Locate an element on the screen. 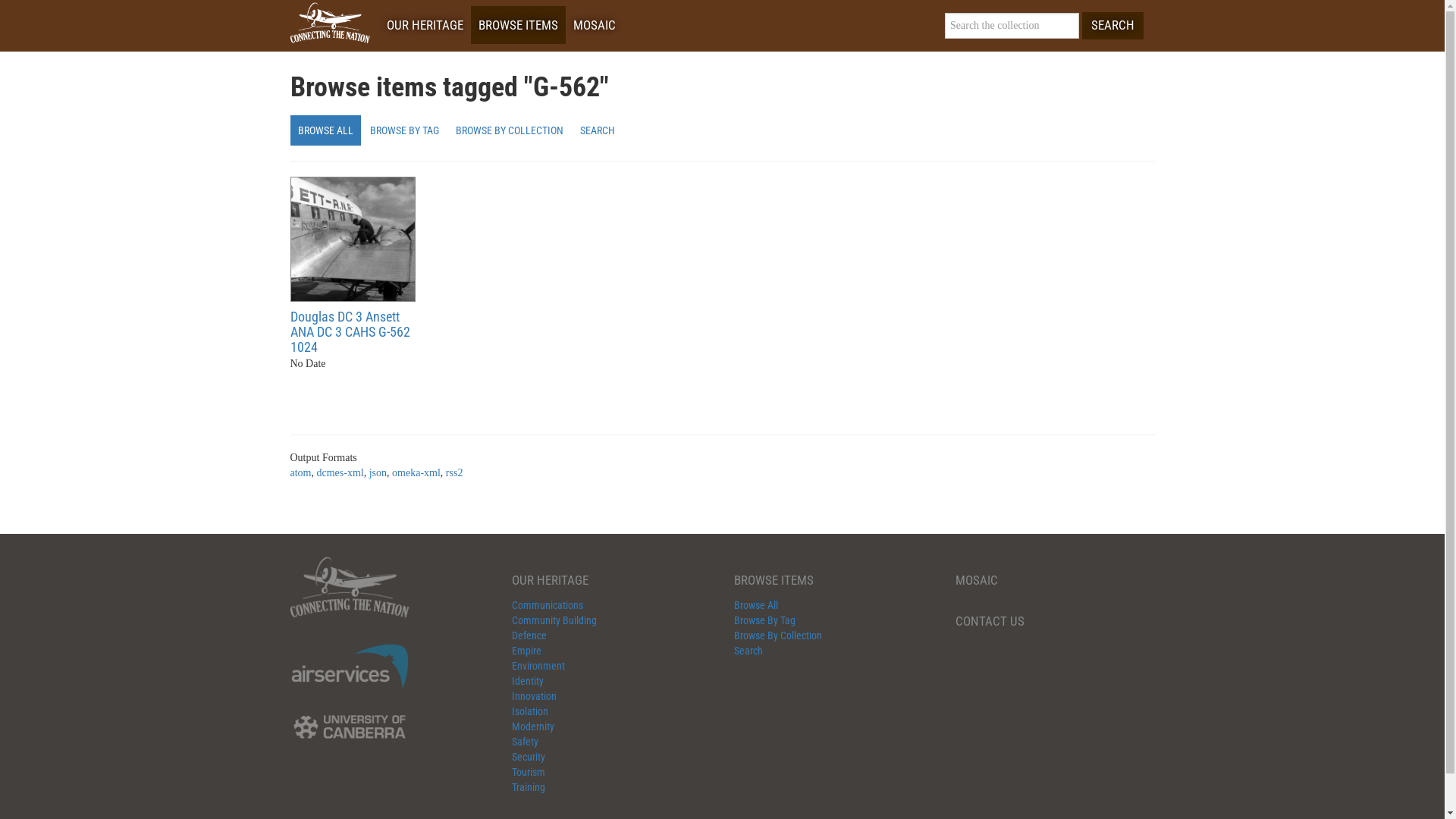  'OUR HERITAGE' is located at coordinates (549, 579).